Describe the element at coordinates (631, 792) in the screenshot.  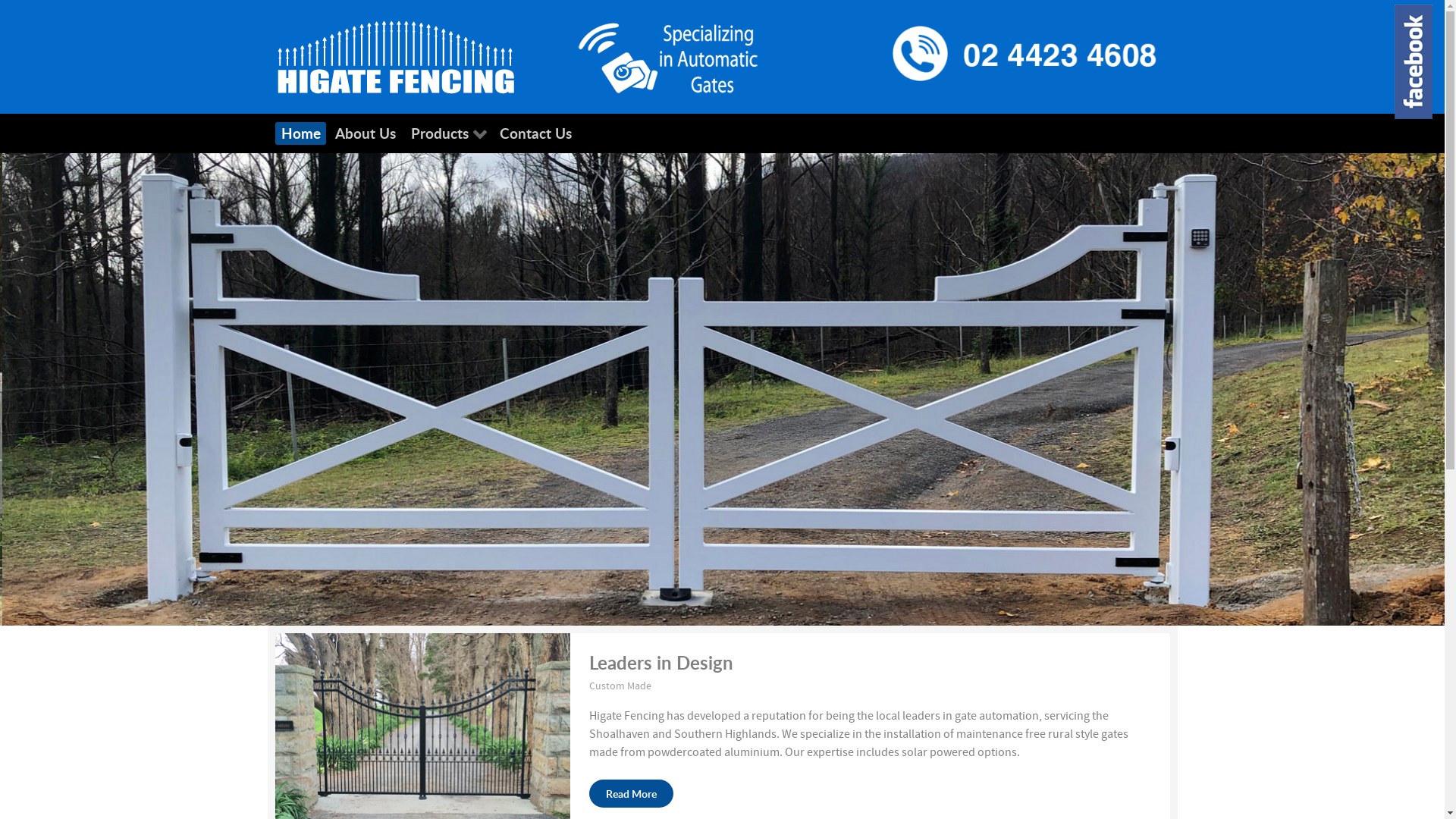
I see `'Read More'` at that location.